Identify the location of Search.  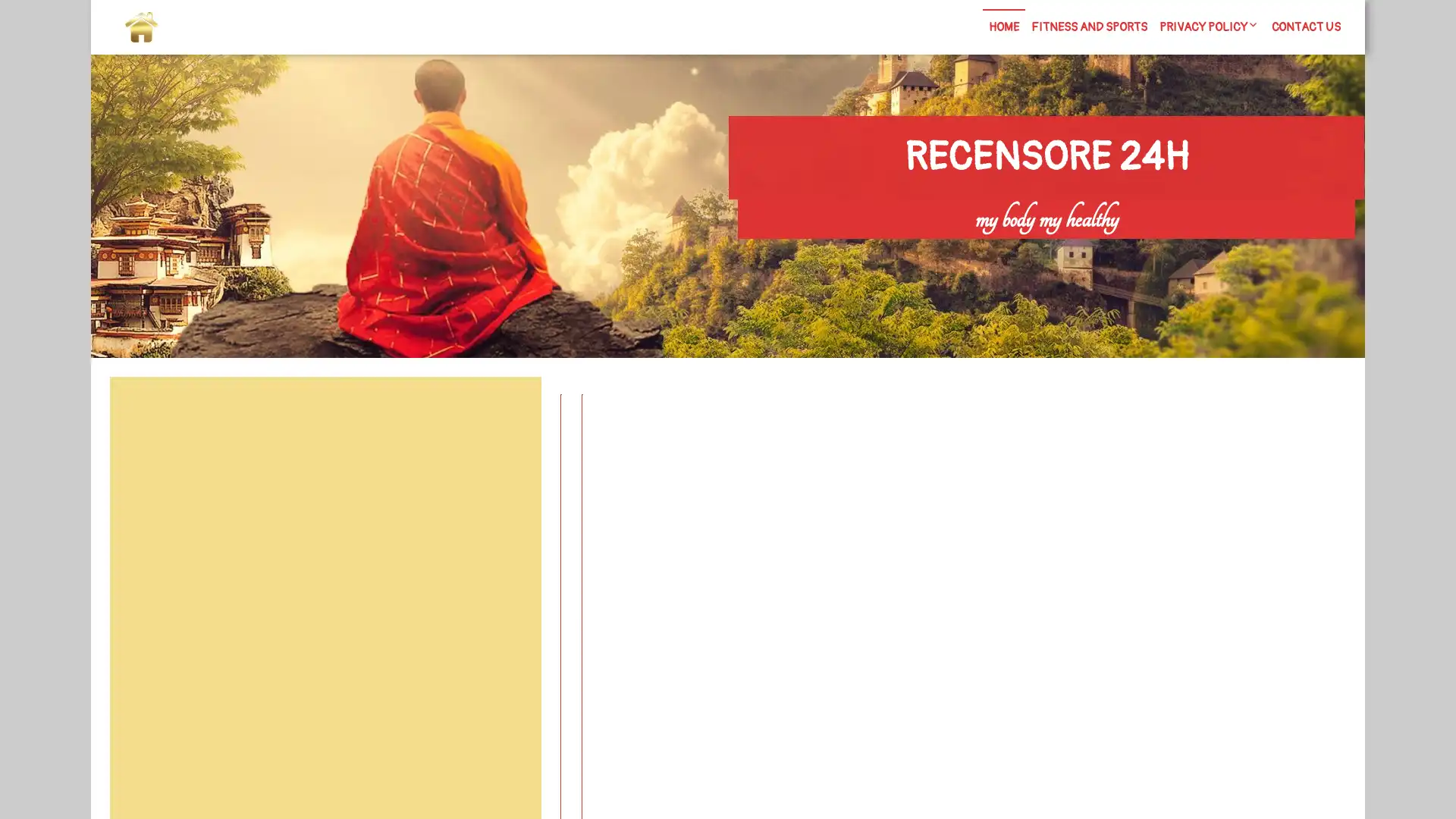
(1181, 248).